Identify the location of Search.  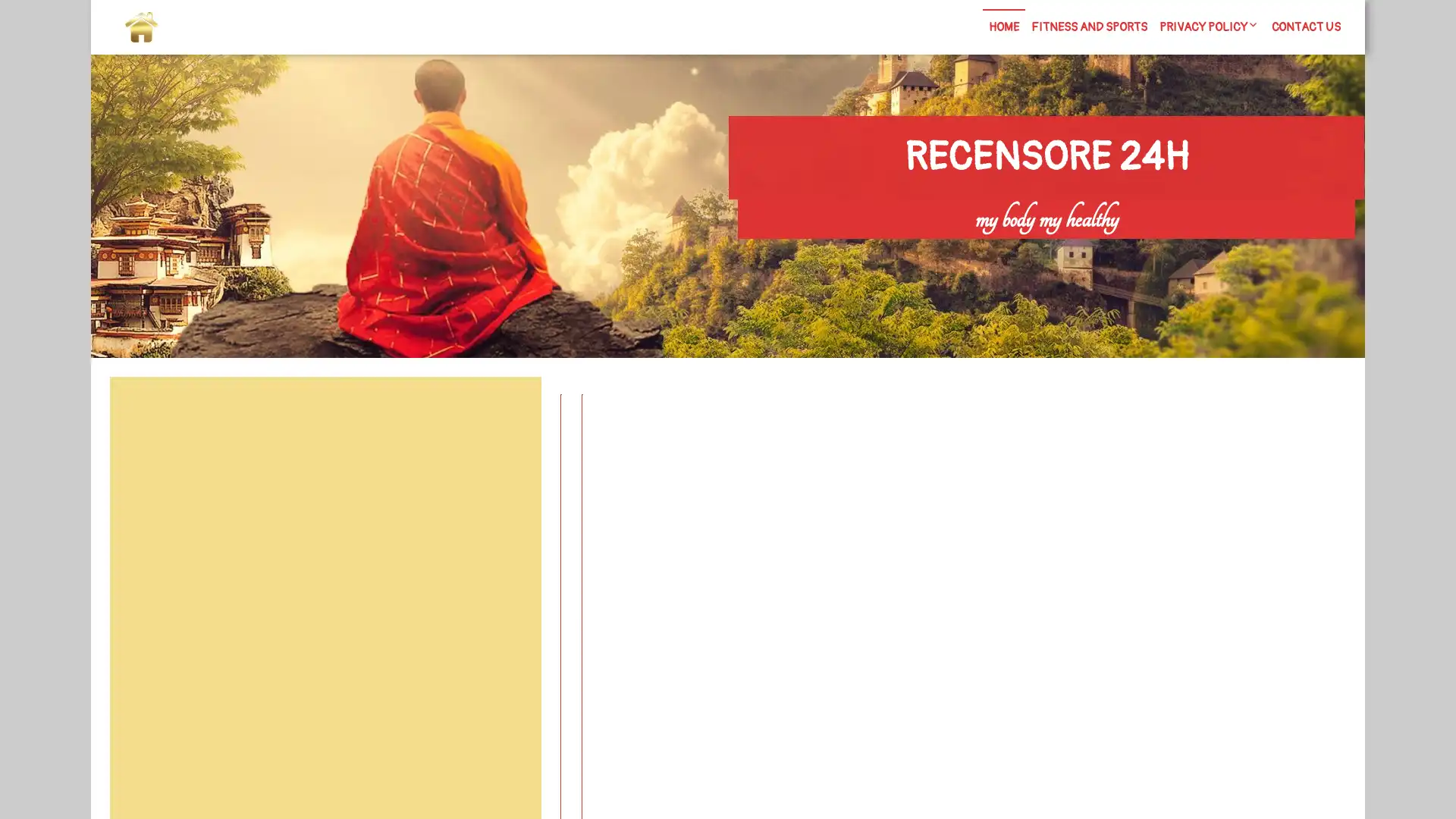
(1181, 248).